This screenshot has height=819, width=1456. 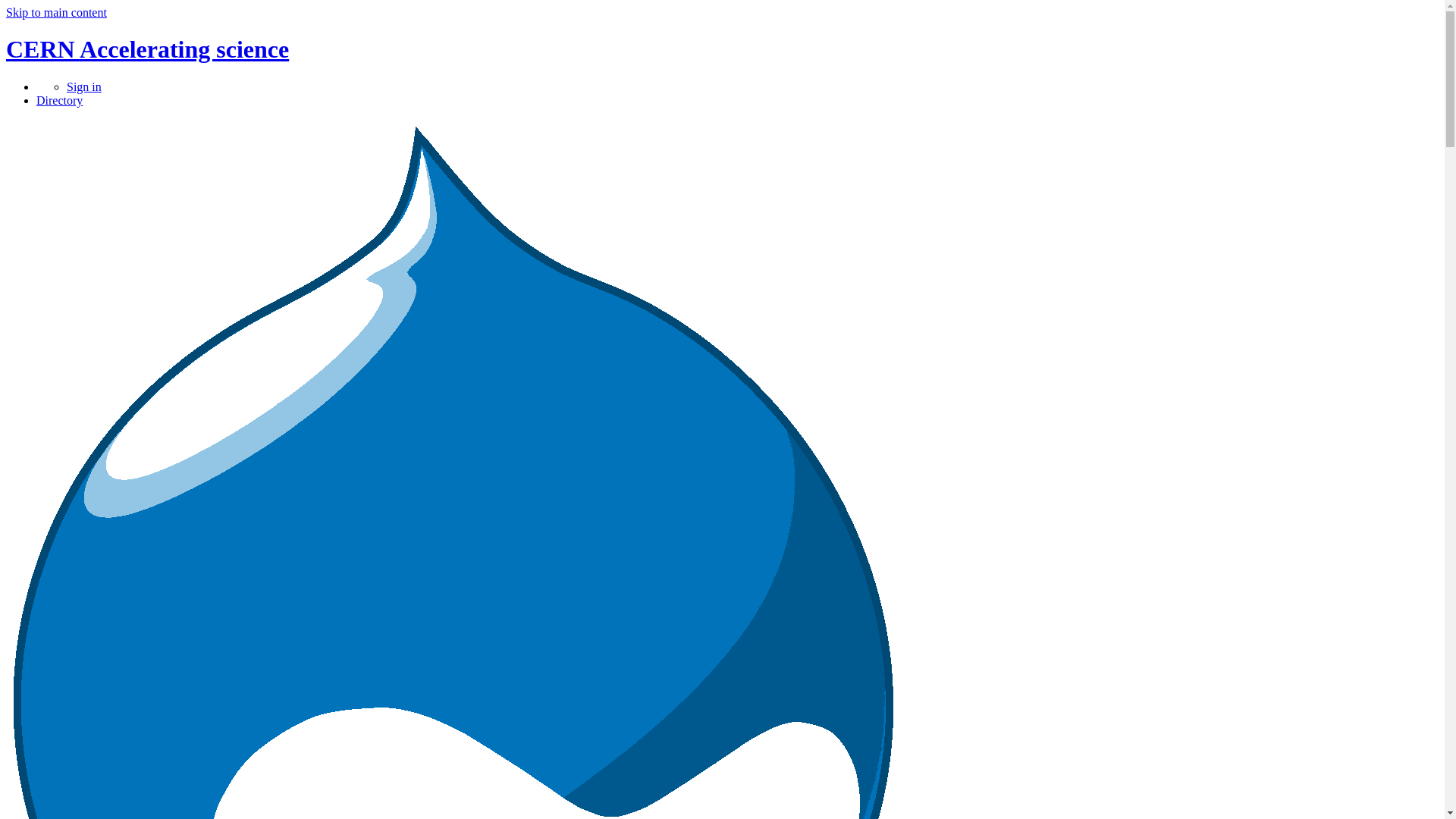 What do you see at coordinates (83, 86) in the screenshot?
I see `'Sign in'` at bounding box center [83, 86].